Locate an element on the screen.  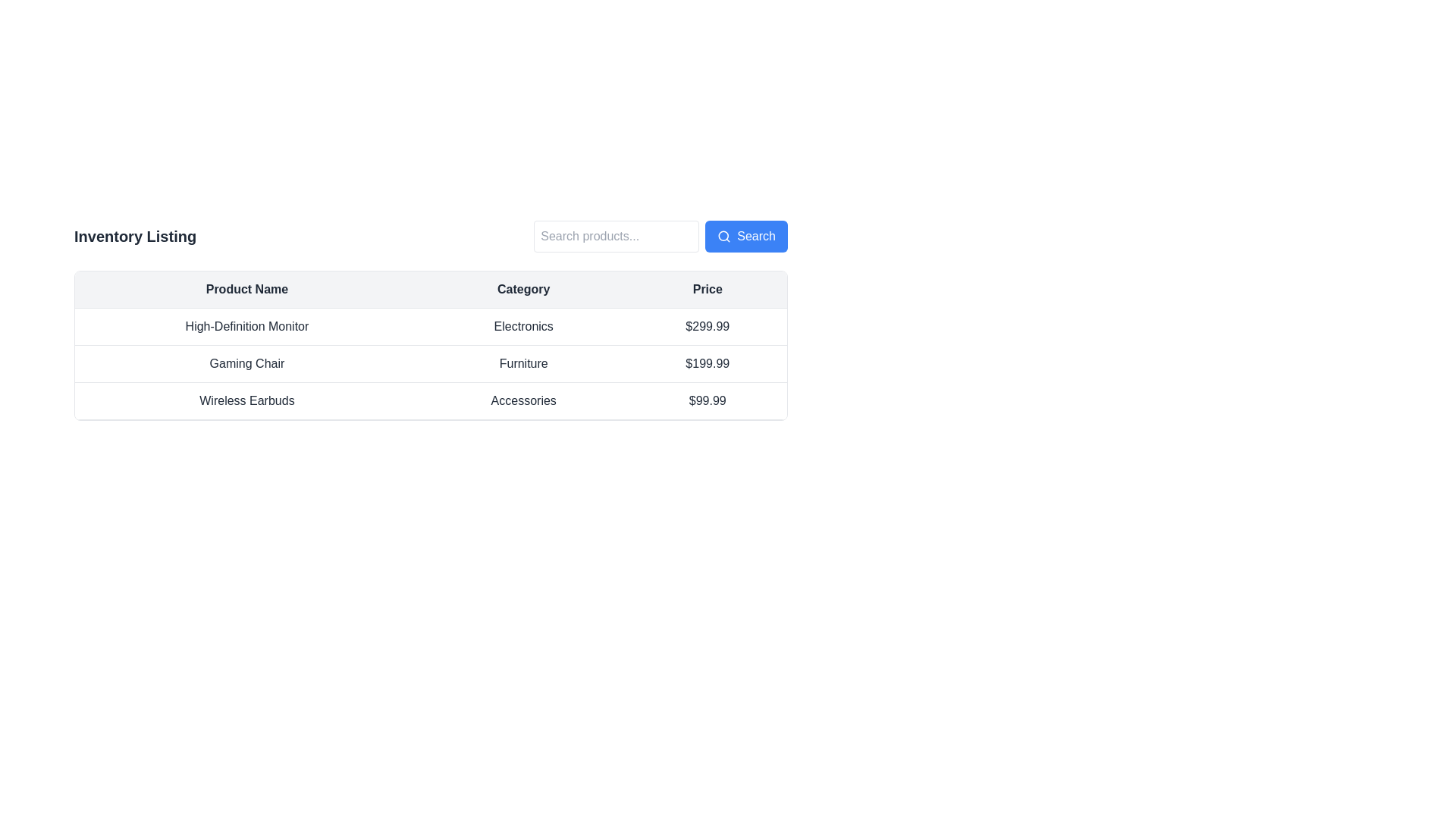
the circular SVG element that represents the magnifying glass in the search icon, located to the left of the 'Search' button at the right end of the search bar above the data table is located at coordinates (723, 236).